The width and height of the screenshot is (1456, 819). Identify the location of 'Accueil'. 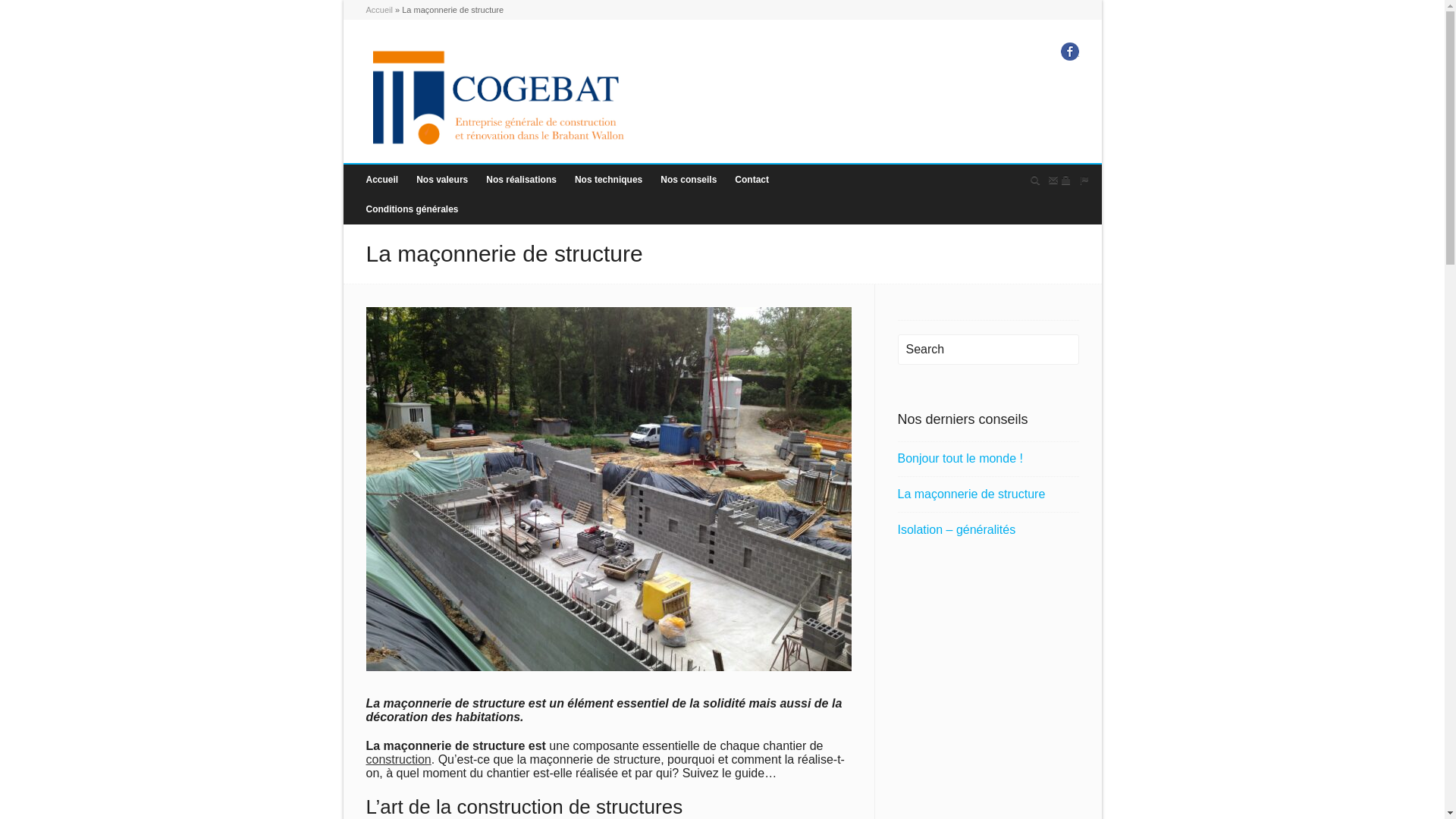
(381, 179).